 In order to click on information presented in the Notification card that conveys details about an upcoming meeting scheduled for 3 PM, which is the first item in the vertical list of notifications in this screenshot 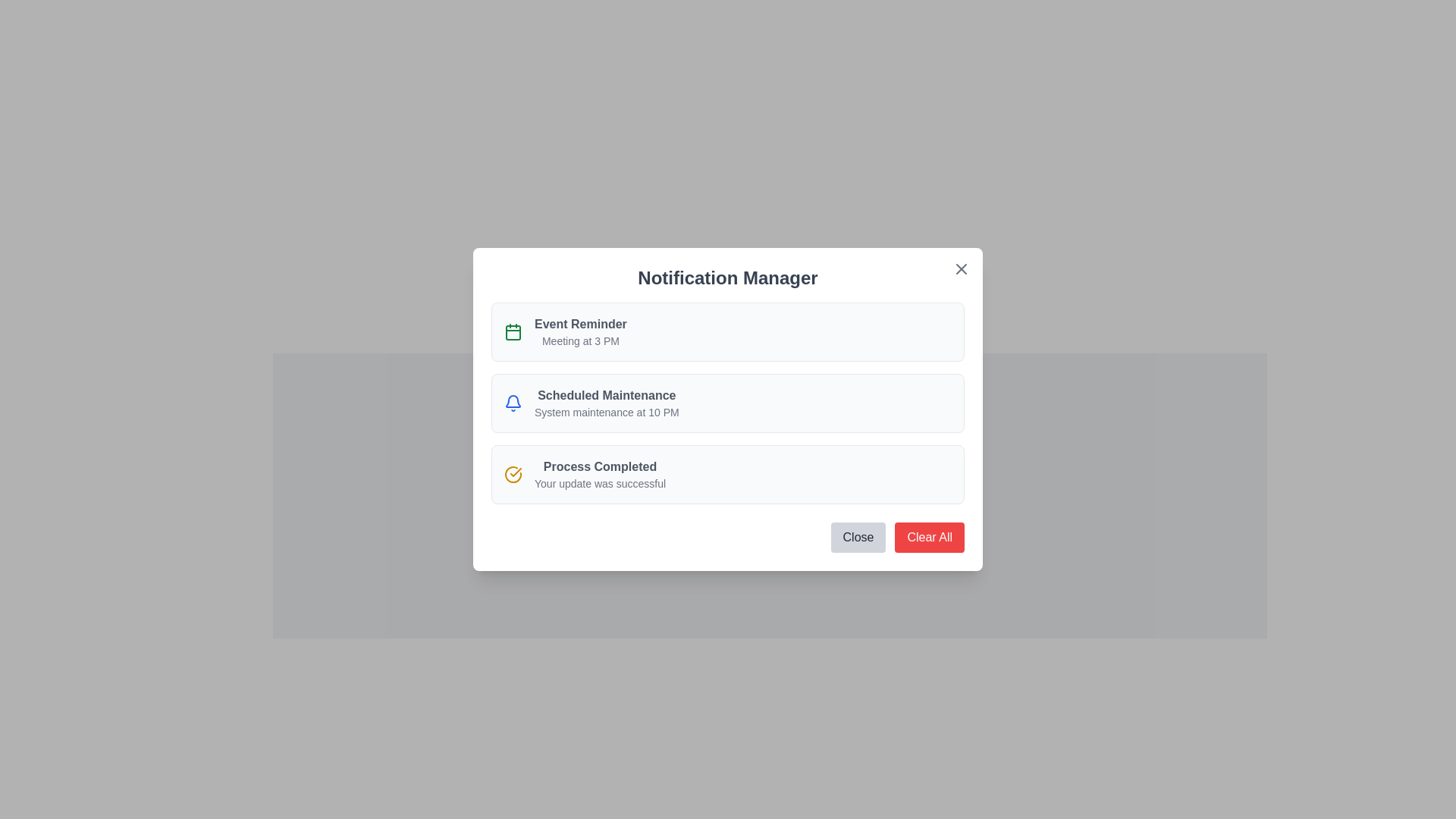, I will do `click(728, 331)`.